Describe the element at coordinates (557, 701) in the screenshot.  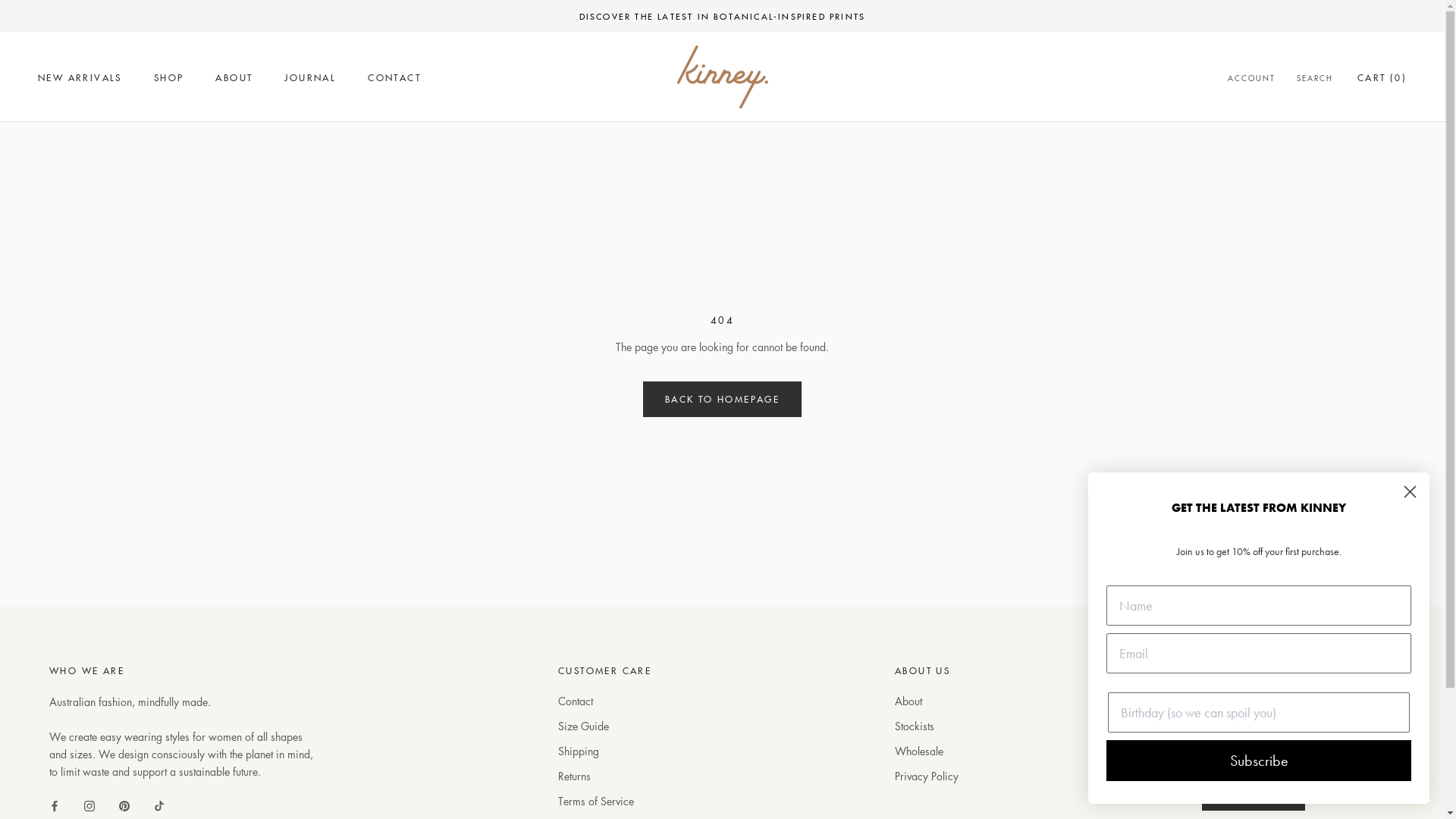
I see `'Contact'` at that location.